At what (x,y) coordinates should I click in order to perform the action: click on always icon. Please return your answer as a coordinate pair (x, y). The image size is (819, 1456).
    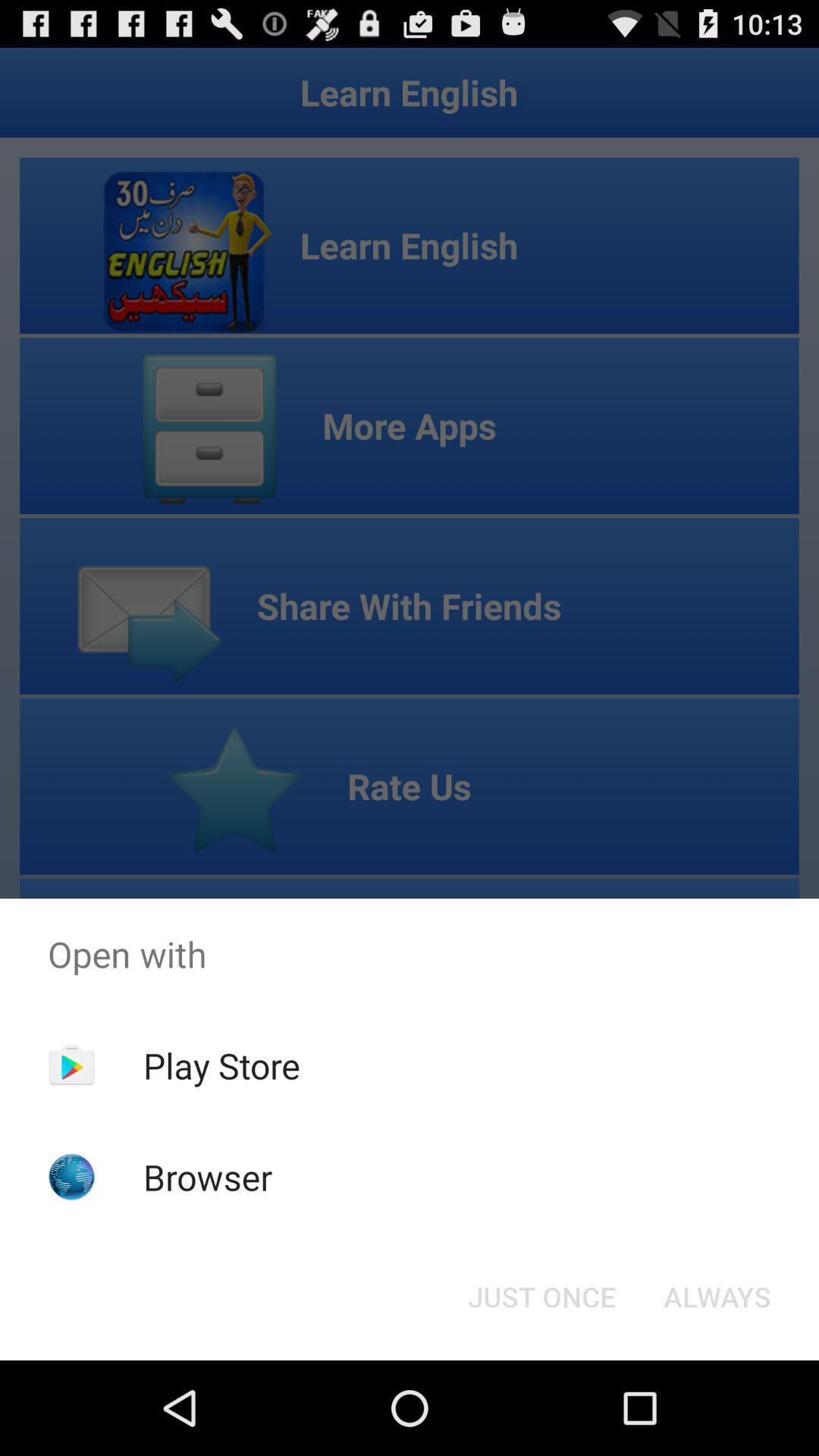
    Looking at the image, I should click on (717, 1295).